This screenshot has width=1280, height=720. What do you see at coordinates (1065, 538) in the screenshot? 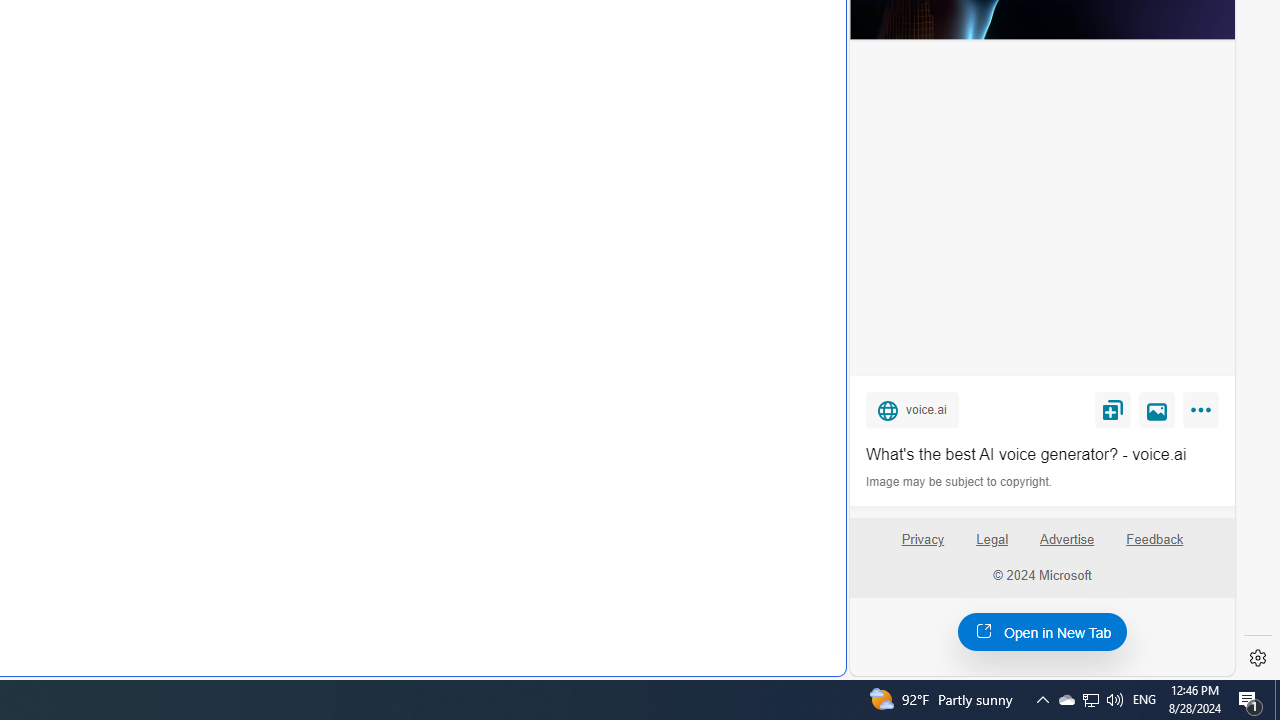
I see `'Advertise'` at bounding box center [1065, 538].